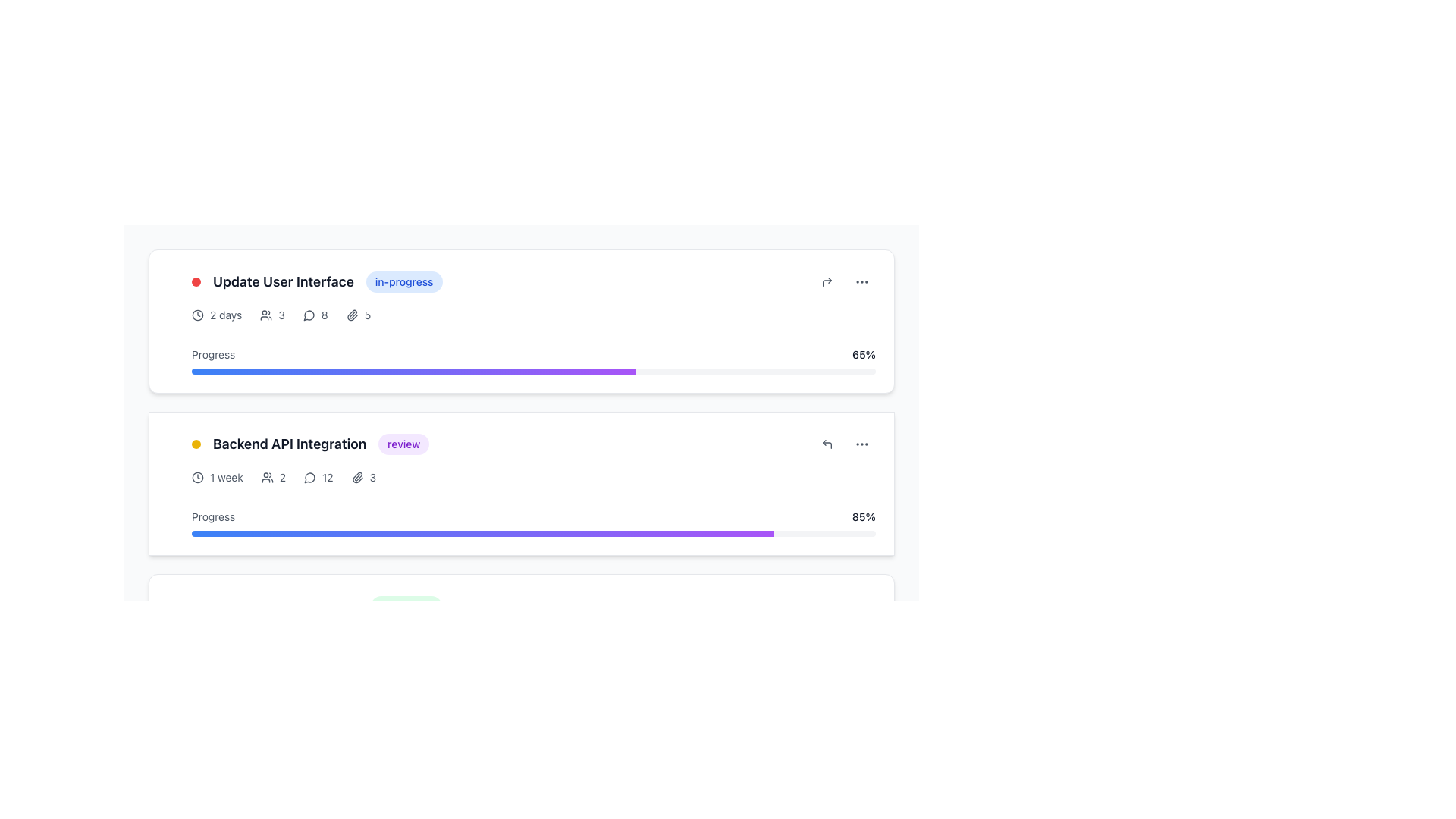 The width and height of the screenshot is (1456, 819). What do you see at coordinates (364, 476) in the screenshot?
I see `the paperclip icon, which indicates the count of attachments for the 'Backend API Integration' task, located in the details row below the card title` at bounding box center [364, 476].